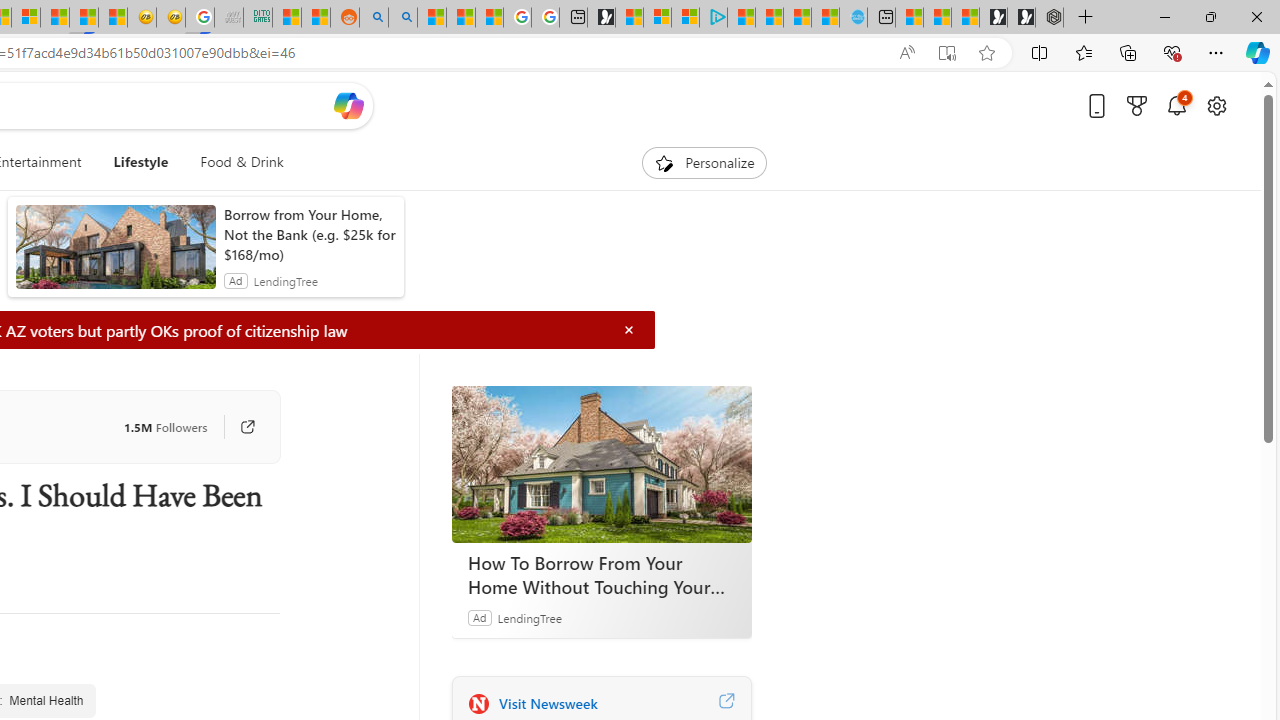  What do you see at coordinates (1021, 17) in the screenshot?
I see `'Play Free Online Games | Games from Microsoft Start'` at bounding box center [1021, 17].